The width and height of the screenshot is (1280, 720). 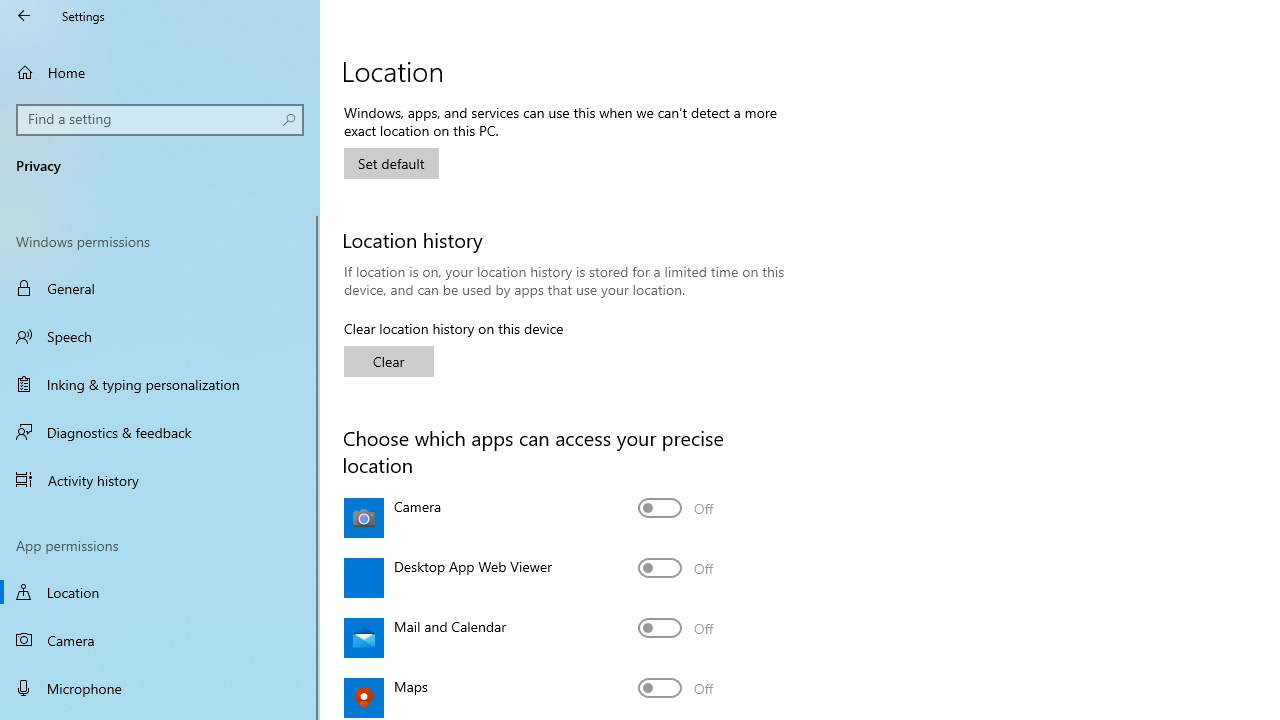 What do you see at coordinates (160, 479) in the screenshot?
I see `'Activity history'` at bounding box center [160, 479].